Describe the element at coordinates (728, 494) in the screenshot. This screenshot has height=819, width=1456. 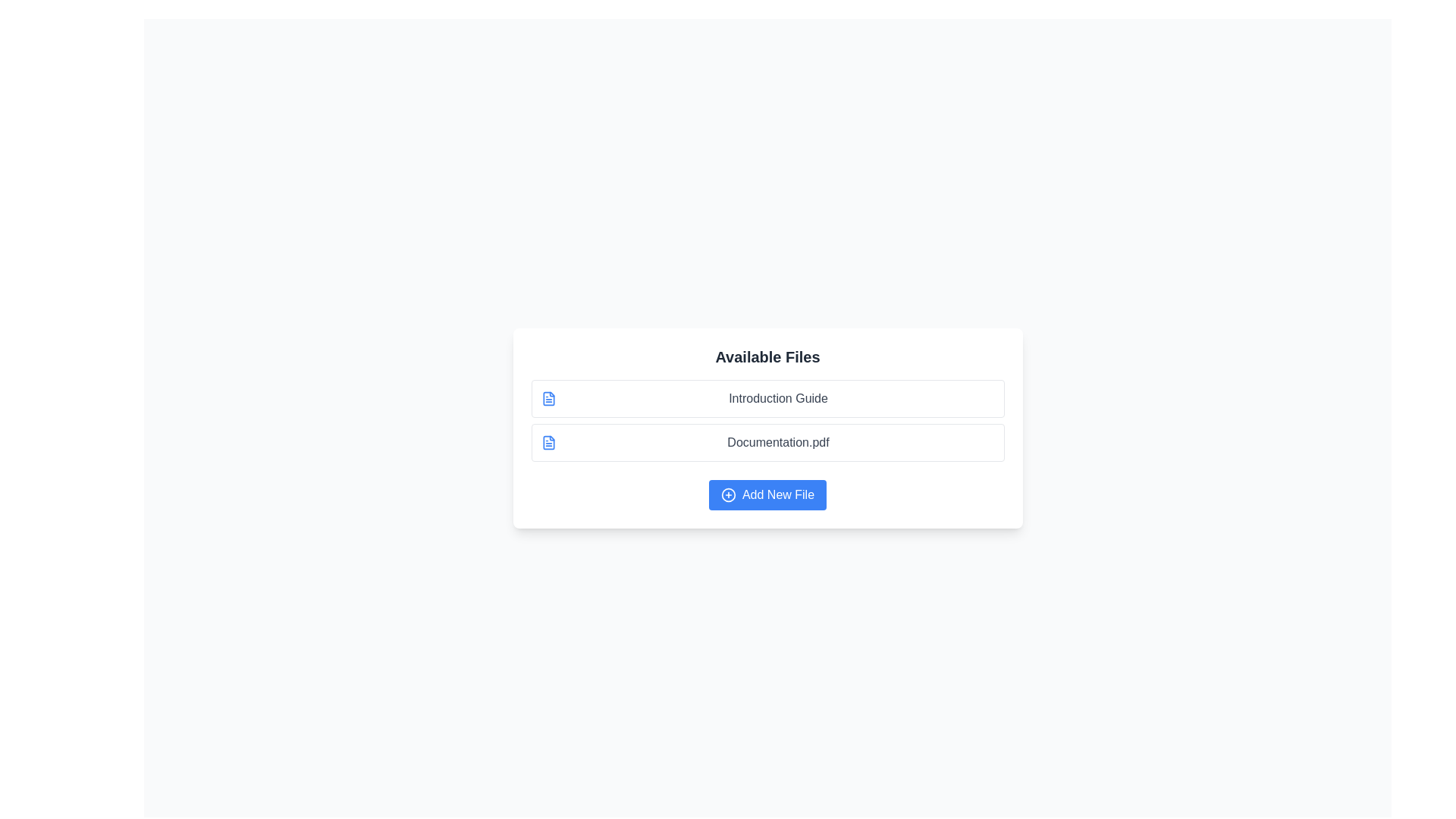
I see `the blue circular icon with a plus sign, which is located to the left of the 'Add New File' text at the bottom-center of the card displaying file items` at that location.